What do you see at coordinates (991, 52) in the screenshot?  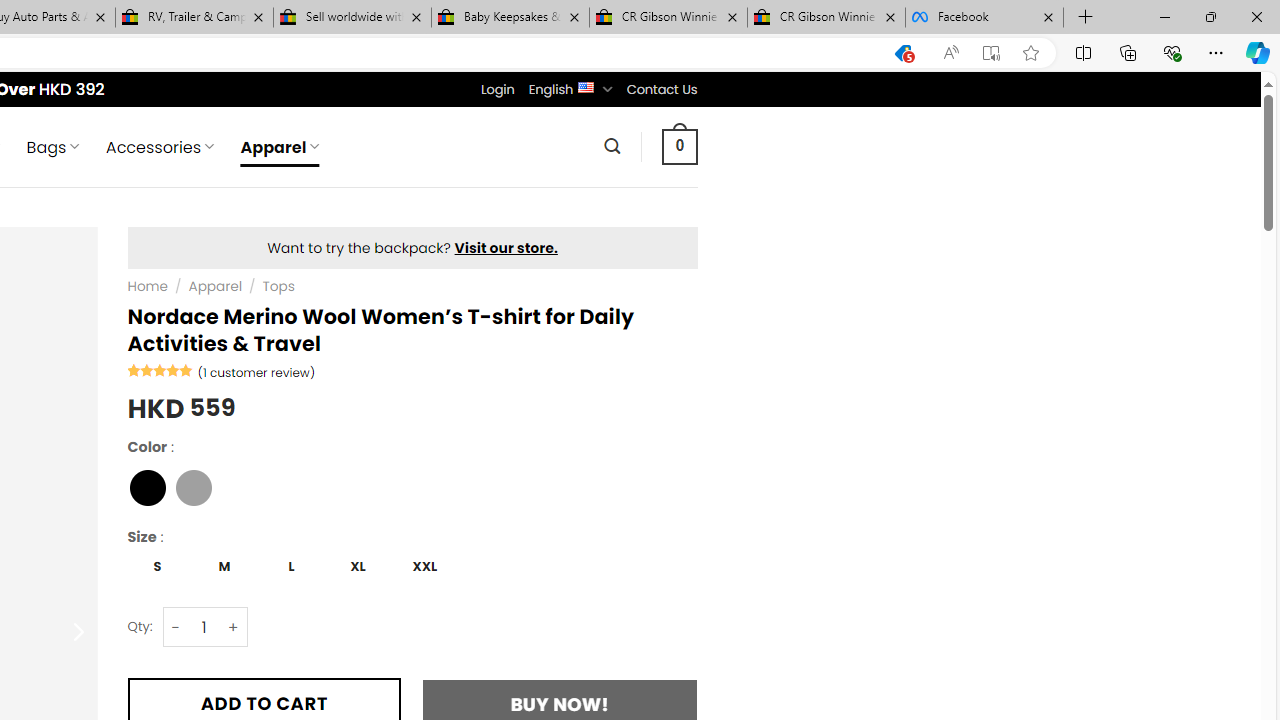 I see `'Enter Immersive Reader (F9)'` at bounding box center [991, 52].